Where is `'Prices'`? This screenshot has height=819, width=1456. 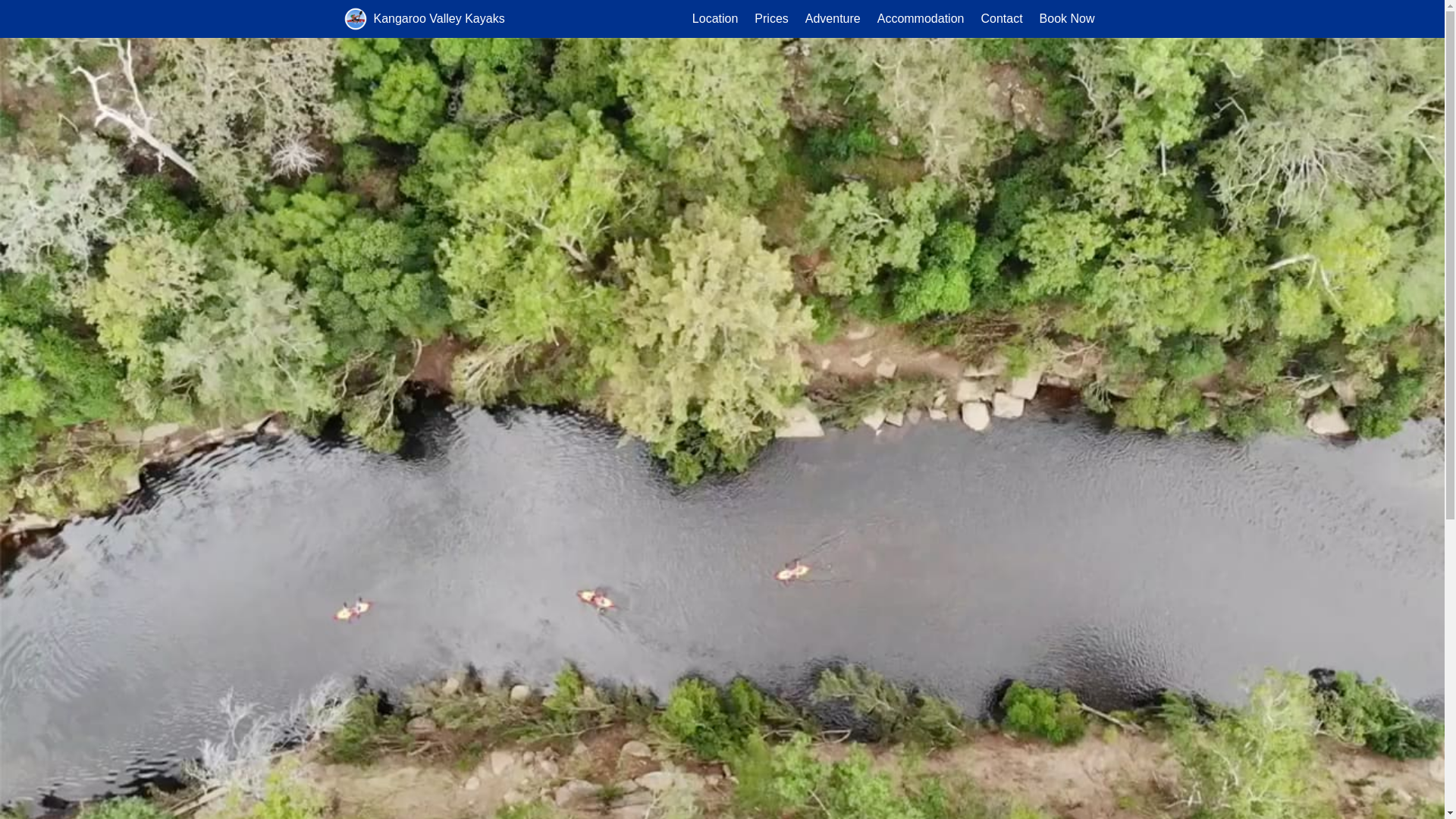
'Prices' is located at coordinates (771, 18).